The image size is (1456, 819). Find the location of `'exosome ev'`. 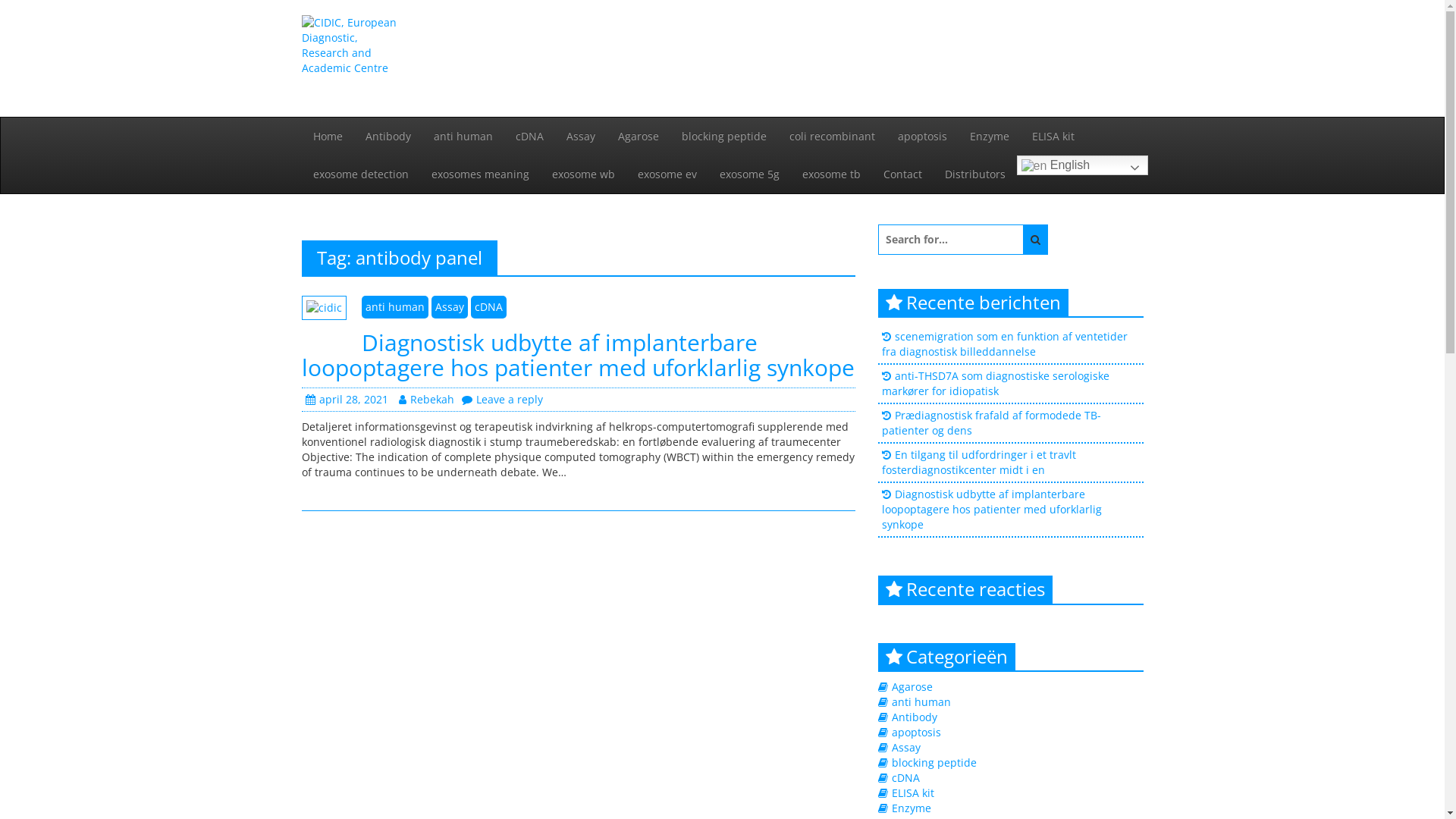

'exosome ev' is located at coordinates (667, 174).